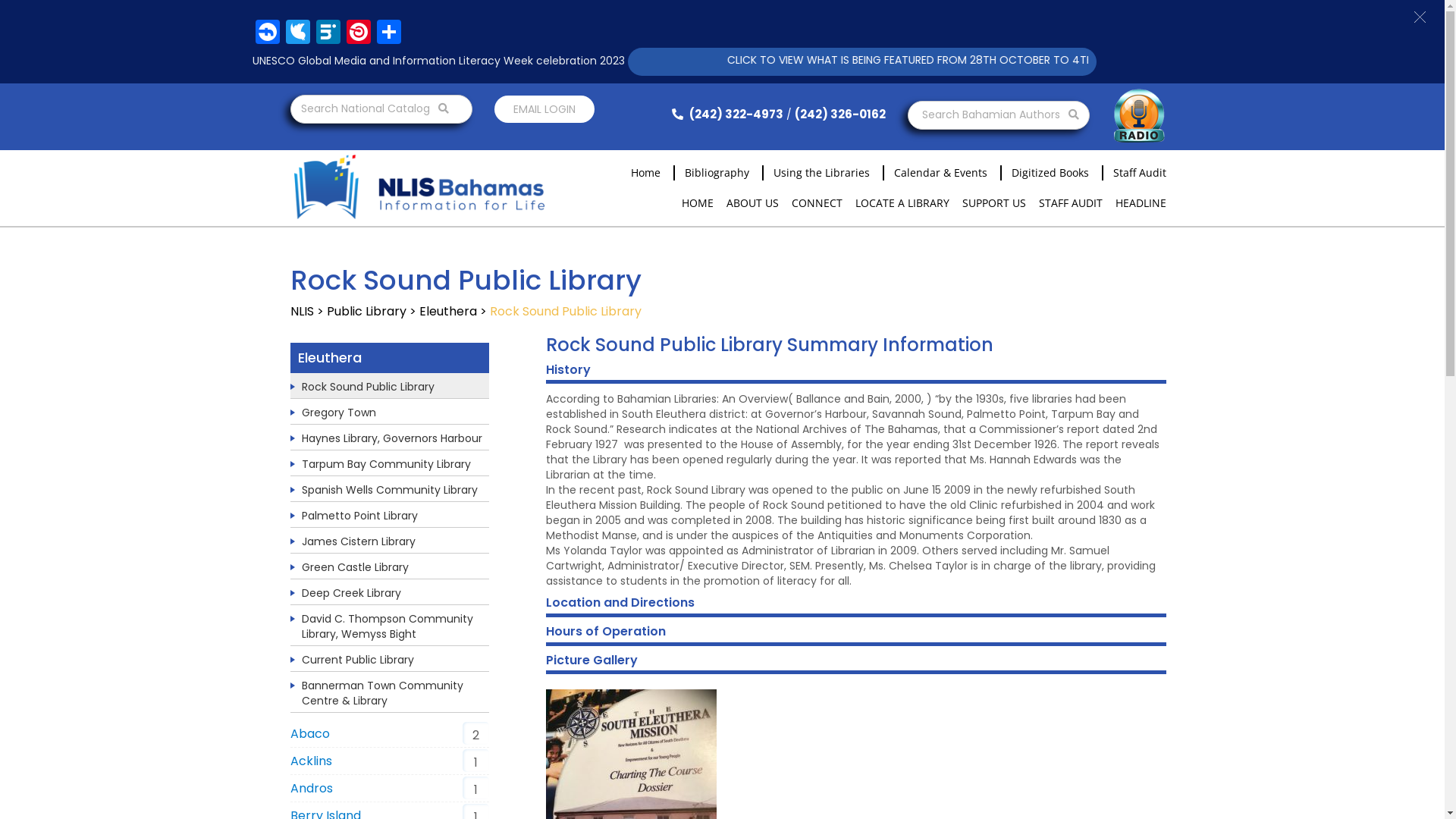 Image resolution: width=1456 pixels, height=819 pixels. What do you see at coordinates (302, 567) in the screenshot?
I see `'Green Castle Library'` at bounding box center [302, 567].